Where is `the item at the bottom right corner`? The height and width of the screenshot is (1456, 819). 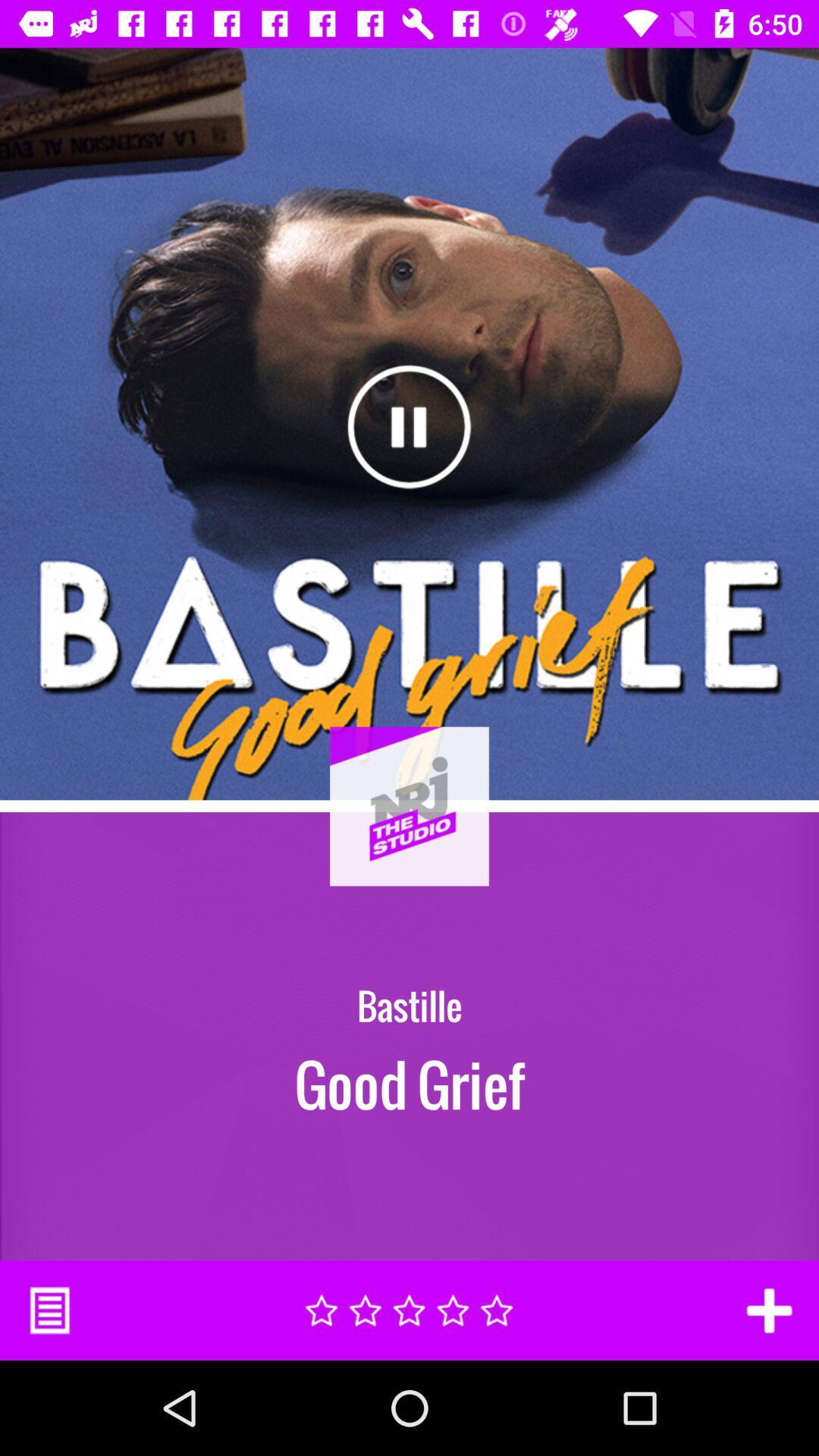 the item at the bottom right corner is located at coordinates (769, 1310).